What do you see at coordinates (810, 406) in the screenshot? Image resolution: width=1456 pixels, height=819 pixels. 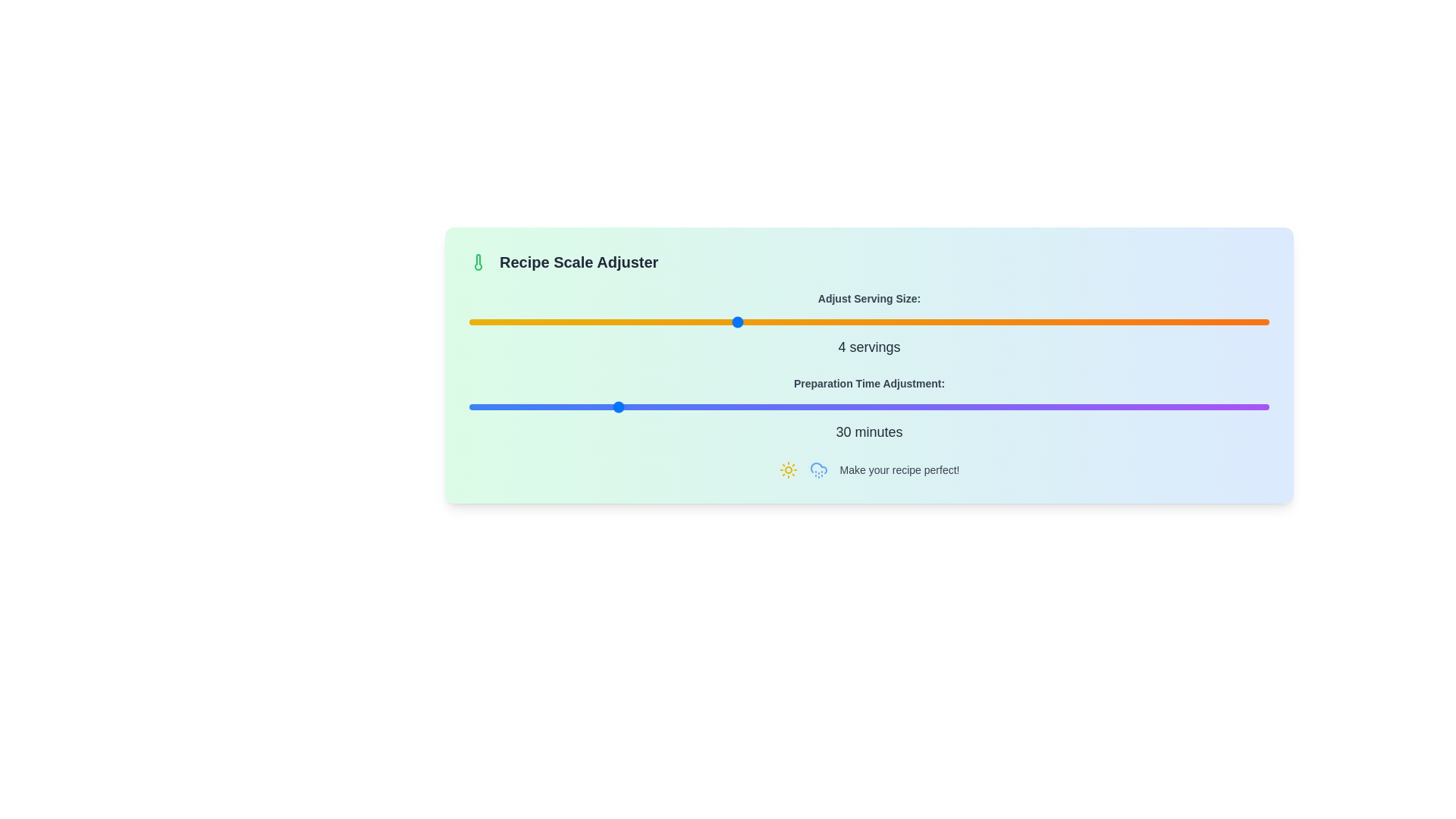 I see `preparation time adjustment` at bounding box center [810, 406].